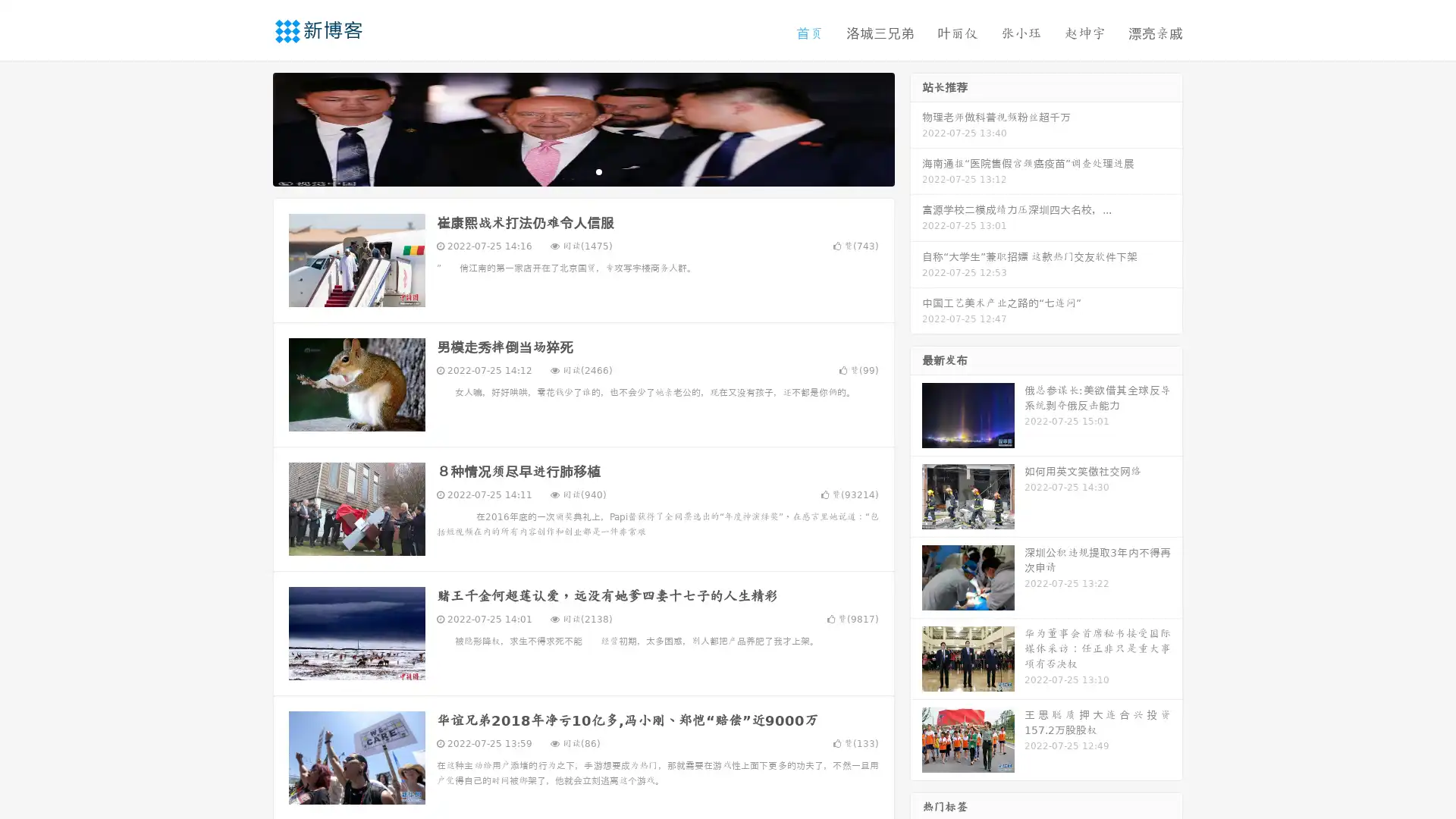 Image resolution: width=1456 pixels, height=819 pixels. What do you see at coordinates (916, 127) in the screenshot?
I see `Next slide` at bounding box center [916, 127].